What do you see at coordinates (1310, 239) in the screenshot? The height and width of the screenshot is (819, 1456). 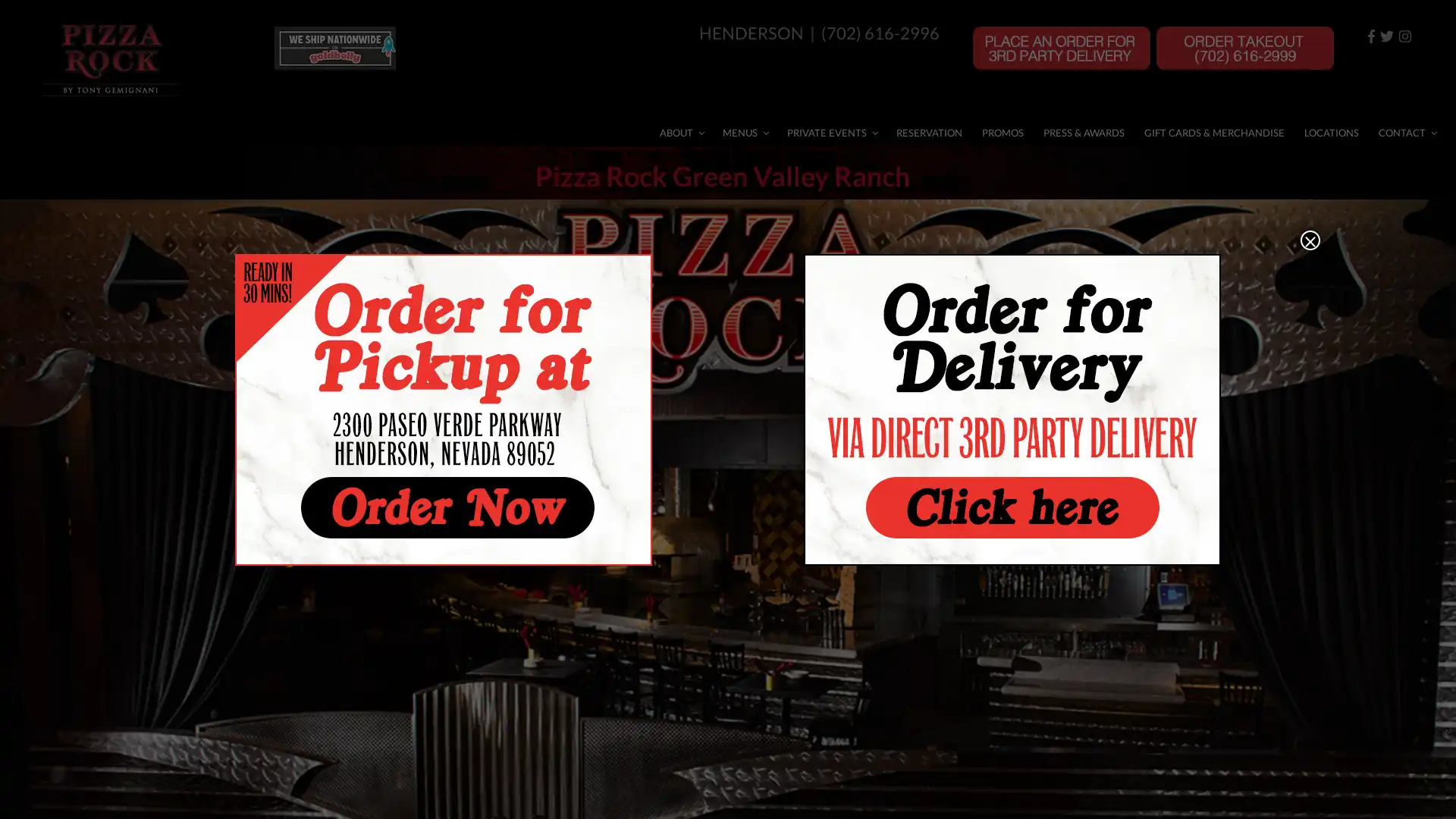 I see `Close` at bounding box center [1310, 239].